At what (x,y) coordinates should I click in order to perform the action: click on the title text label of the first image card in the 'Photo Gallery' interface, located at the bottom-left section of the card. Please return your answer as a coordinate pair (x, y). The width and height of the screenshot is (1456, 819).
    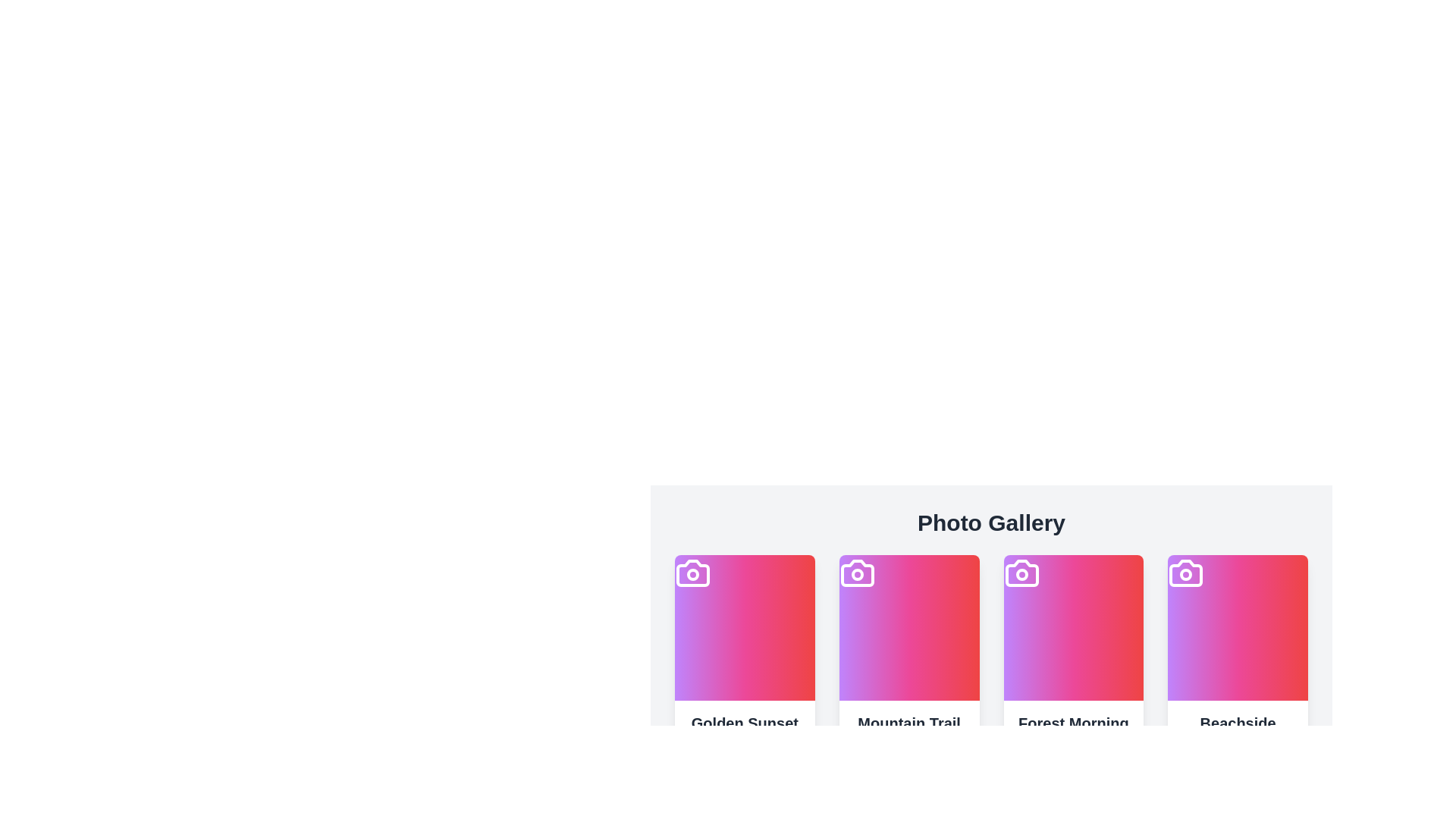
    Looking at the image, I should click on (745, 722).